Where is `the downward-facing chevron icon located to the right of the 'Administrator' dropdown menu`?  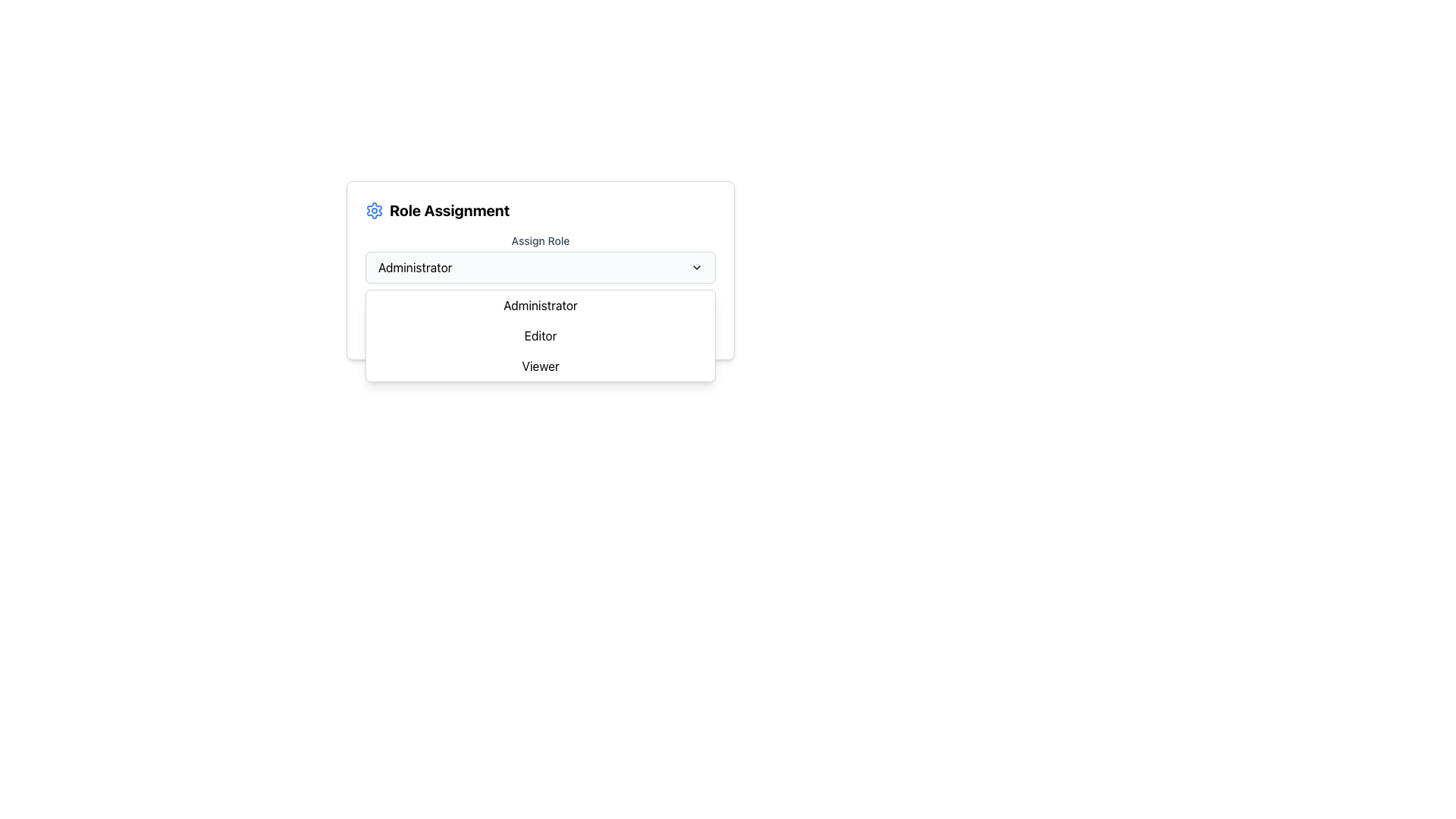 the downward-facing chevron icon located to the right of the 'Administrator' dropdown menu is located at coordinates (695, 267).